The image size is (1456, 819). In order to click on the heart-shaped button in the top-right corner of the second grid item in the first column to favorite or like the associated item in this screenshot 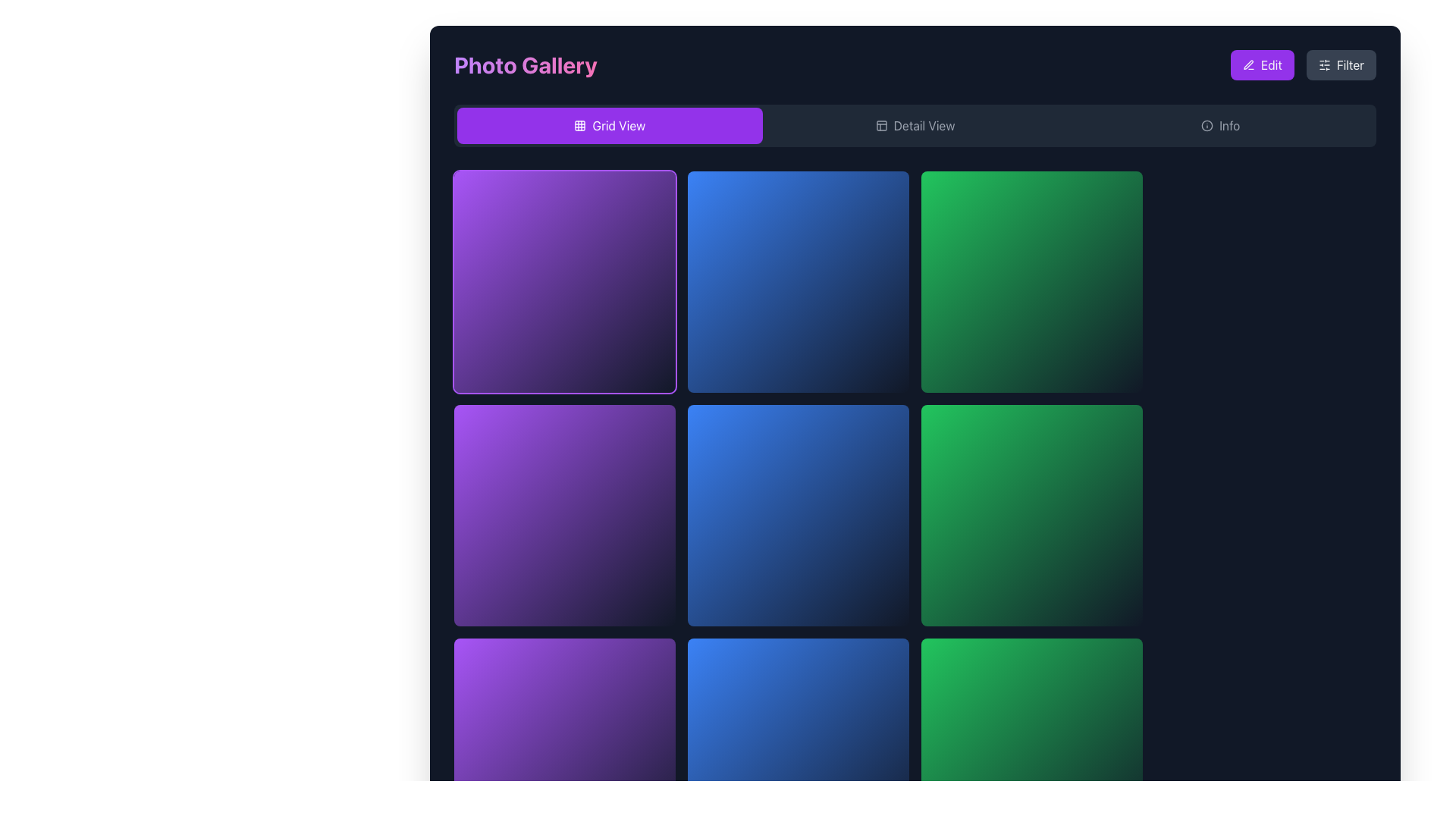, I will do `click(657, 423)`.